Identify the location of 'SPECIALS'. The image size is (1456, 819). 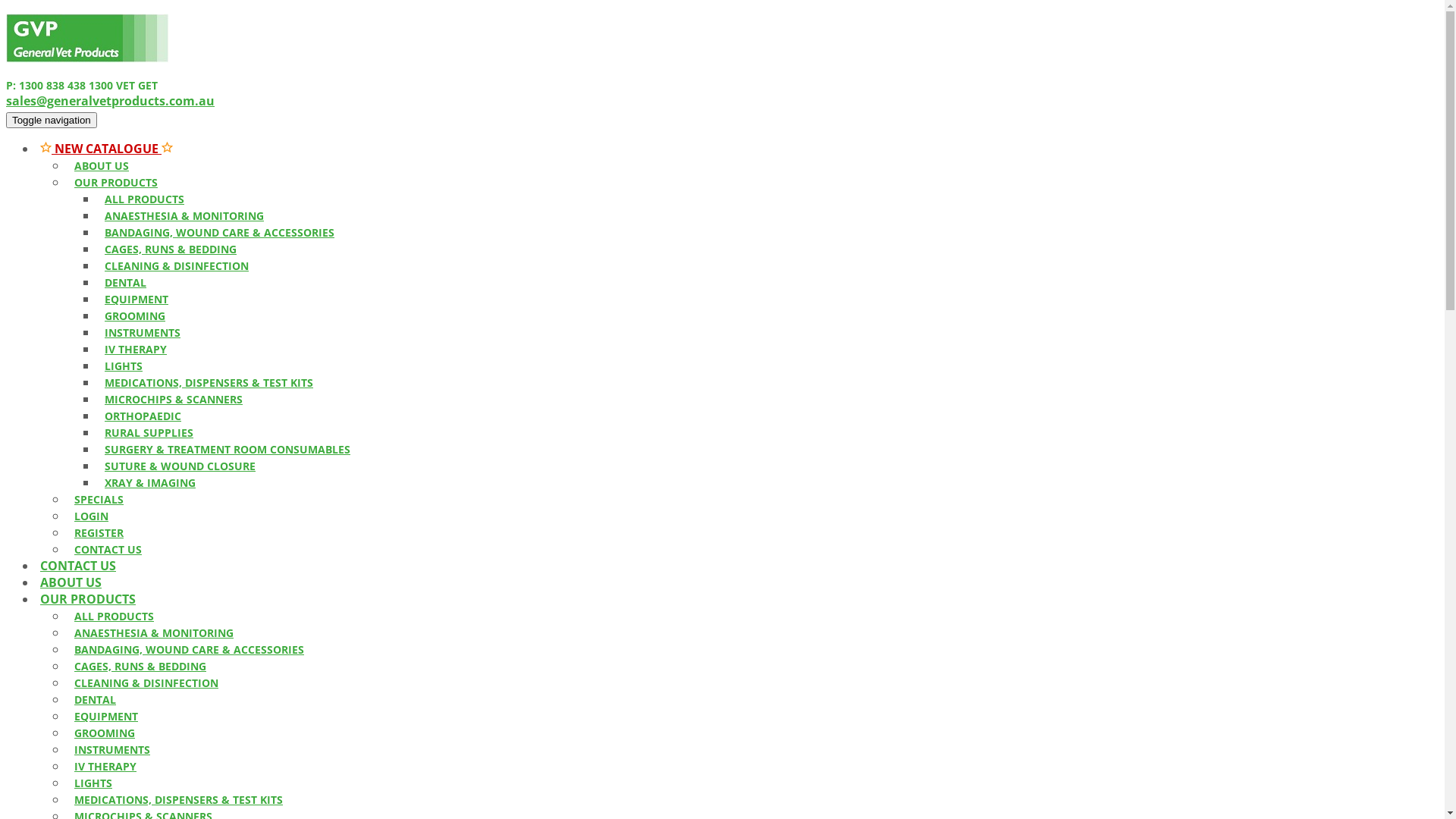
(65, 499).